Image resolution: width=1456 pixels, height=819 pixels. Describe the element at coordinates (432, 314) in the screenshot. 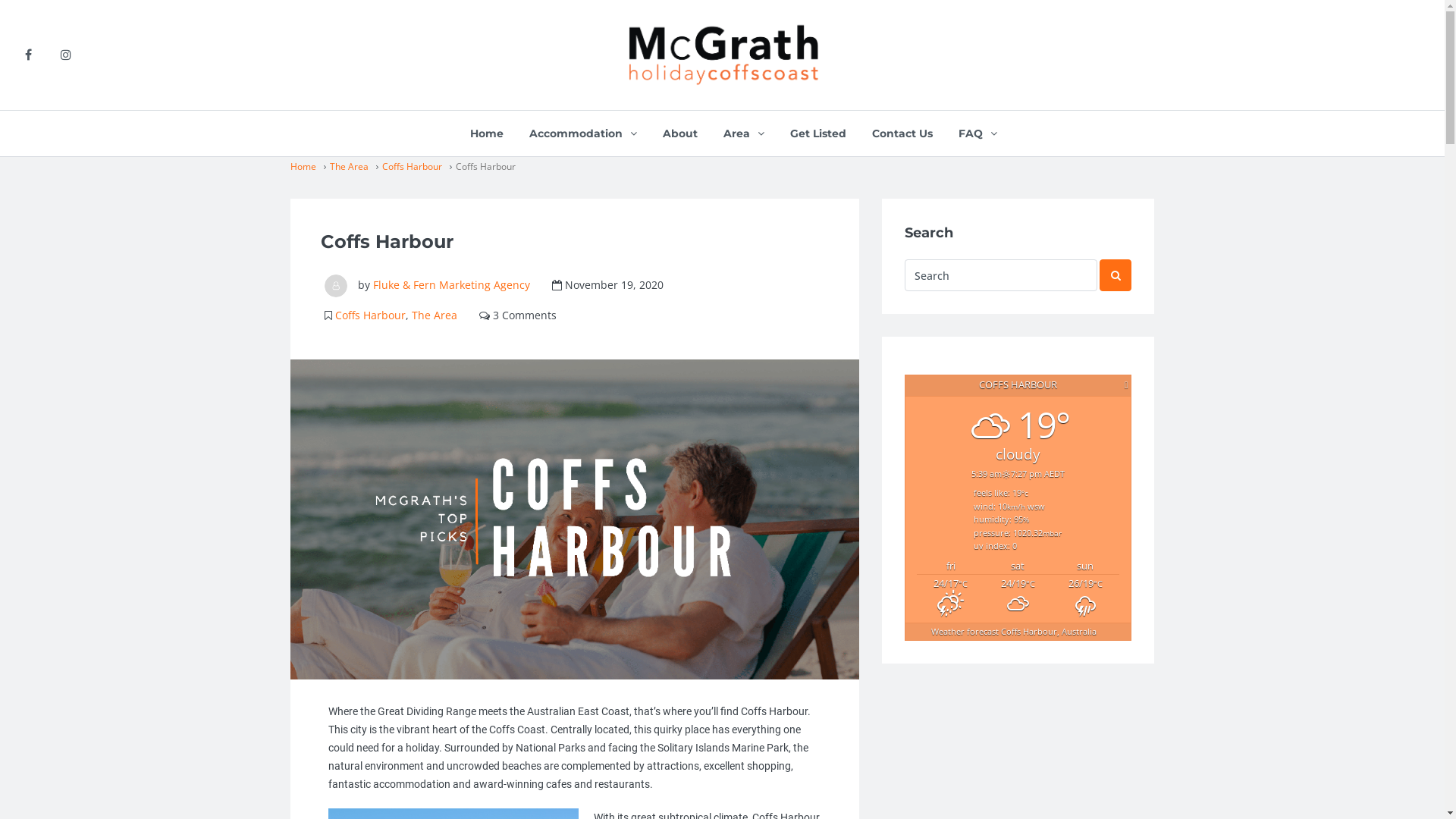

I see `'The Area'` at that location.